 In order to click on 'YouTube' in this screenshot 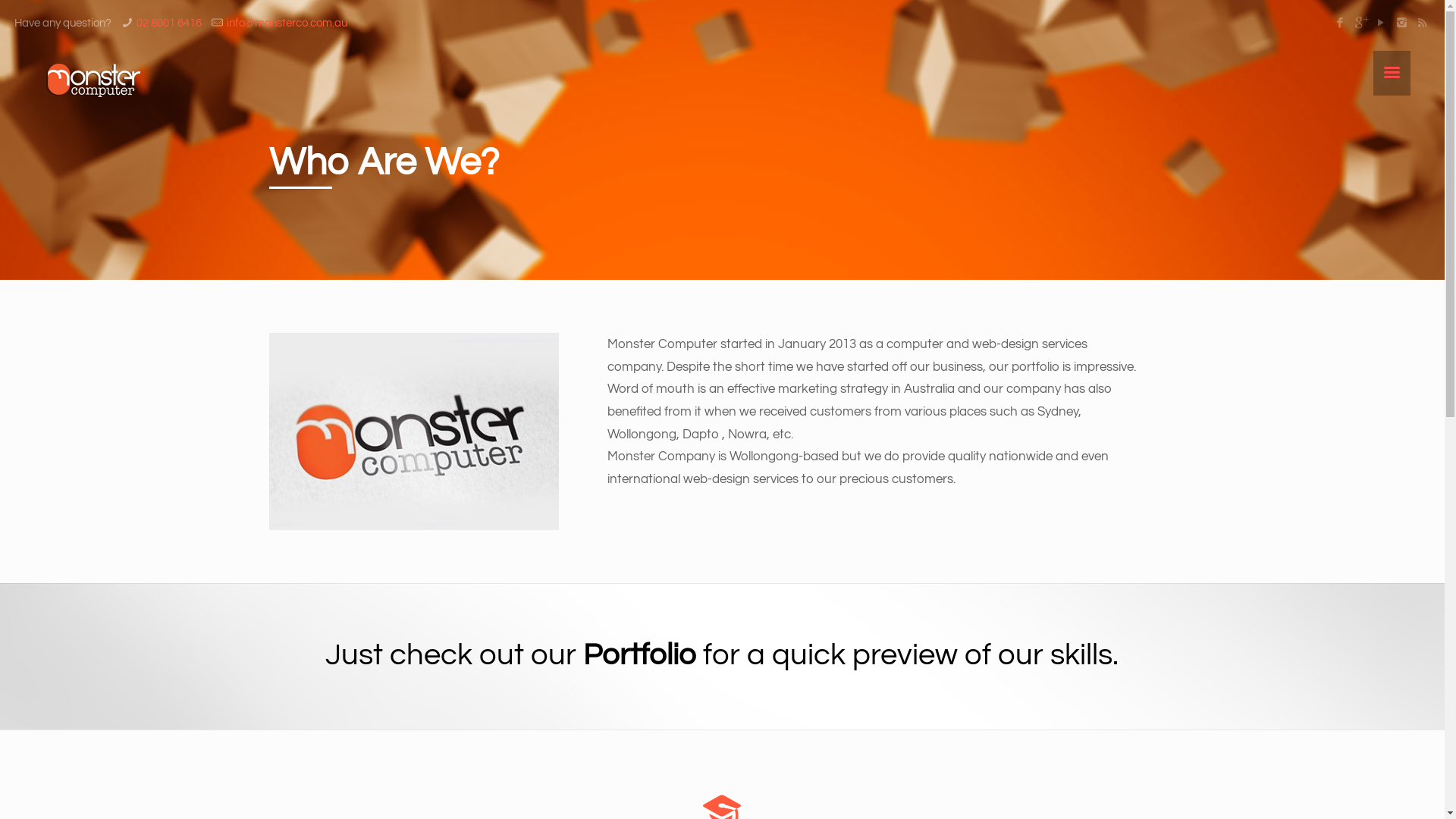, I will do `click(1381, 23)`.